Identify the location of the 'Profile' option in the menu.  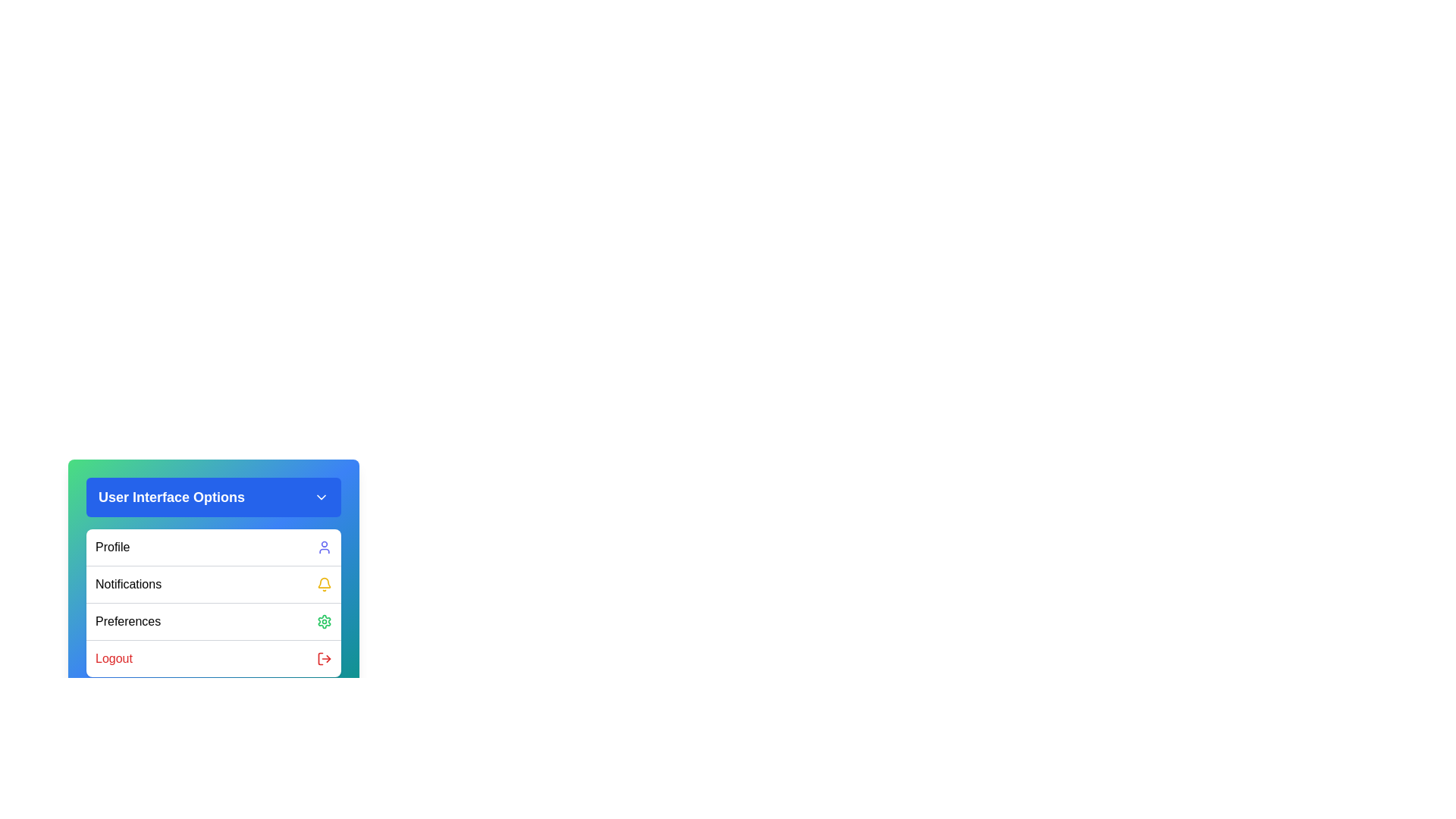
(213, 547).